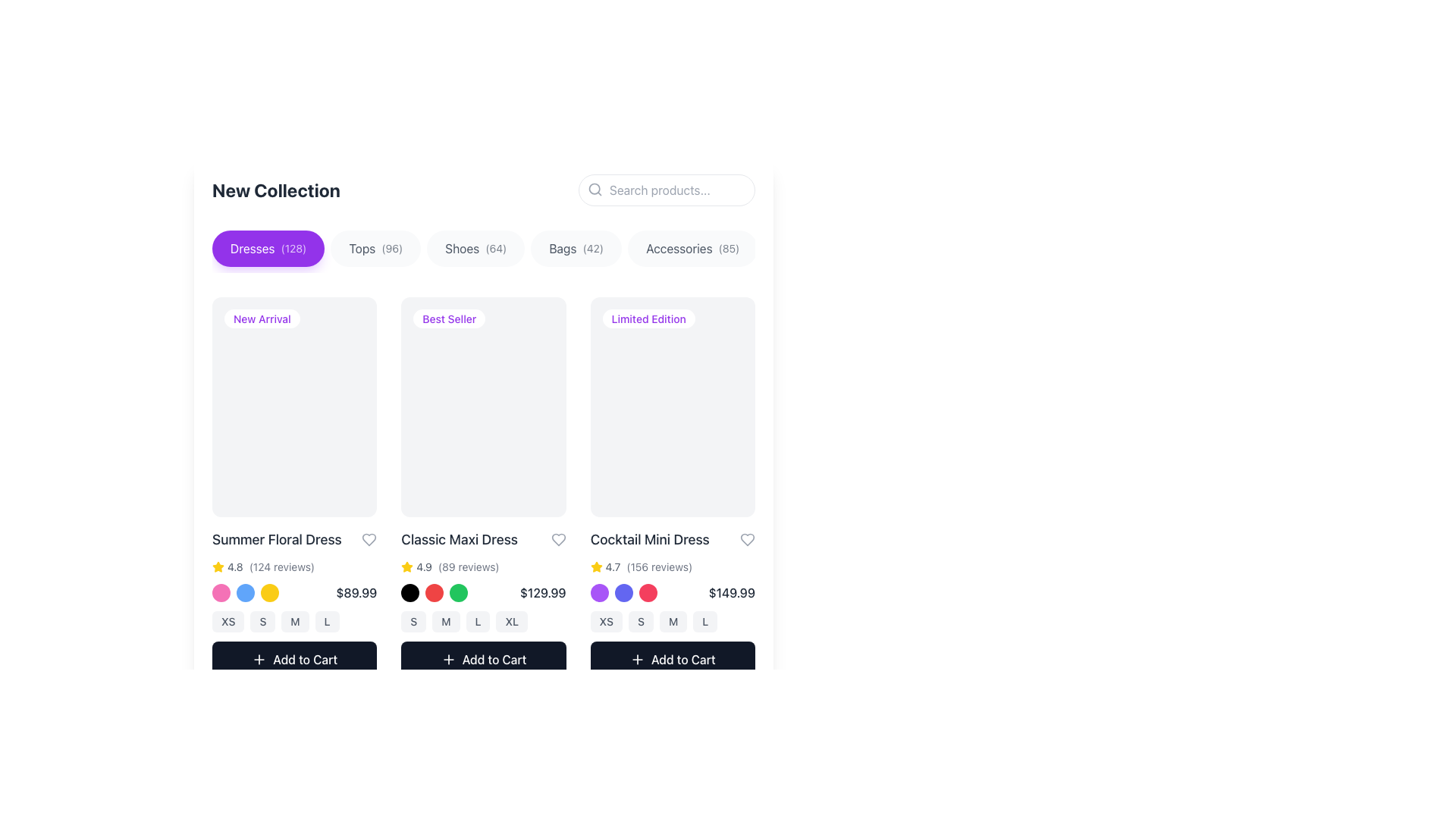  I want to click on the circular black icon, which is the first item in a row of three circular elements located beneath the 'Classic Maxi Dress' item, so click(410, 591).